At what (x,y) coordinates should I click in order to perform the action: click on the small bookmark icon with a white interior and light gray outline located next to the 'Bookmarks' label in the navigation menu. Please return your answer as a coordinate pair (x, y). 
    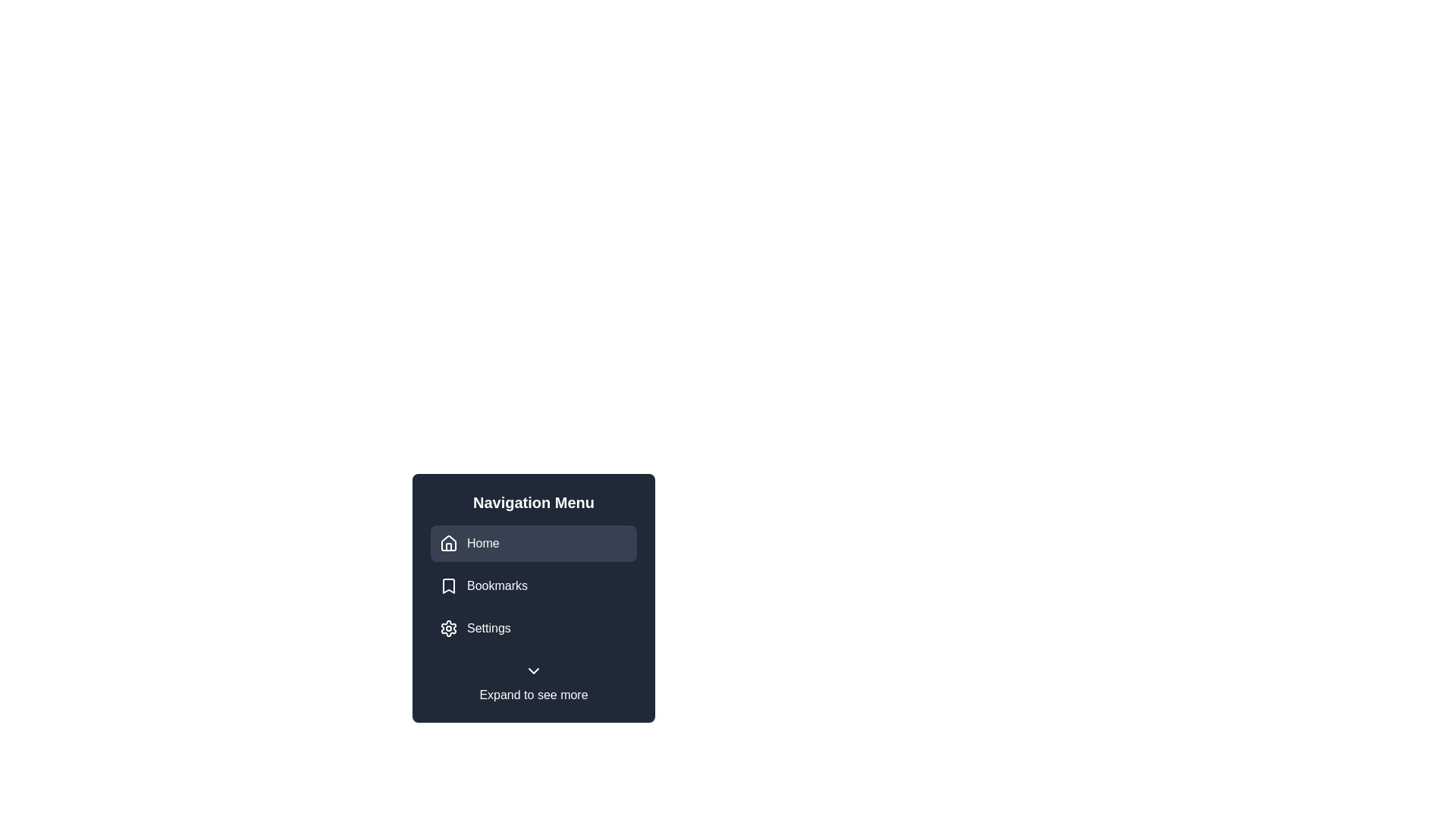
    Looking at the image, I should click on (447, 585).